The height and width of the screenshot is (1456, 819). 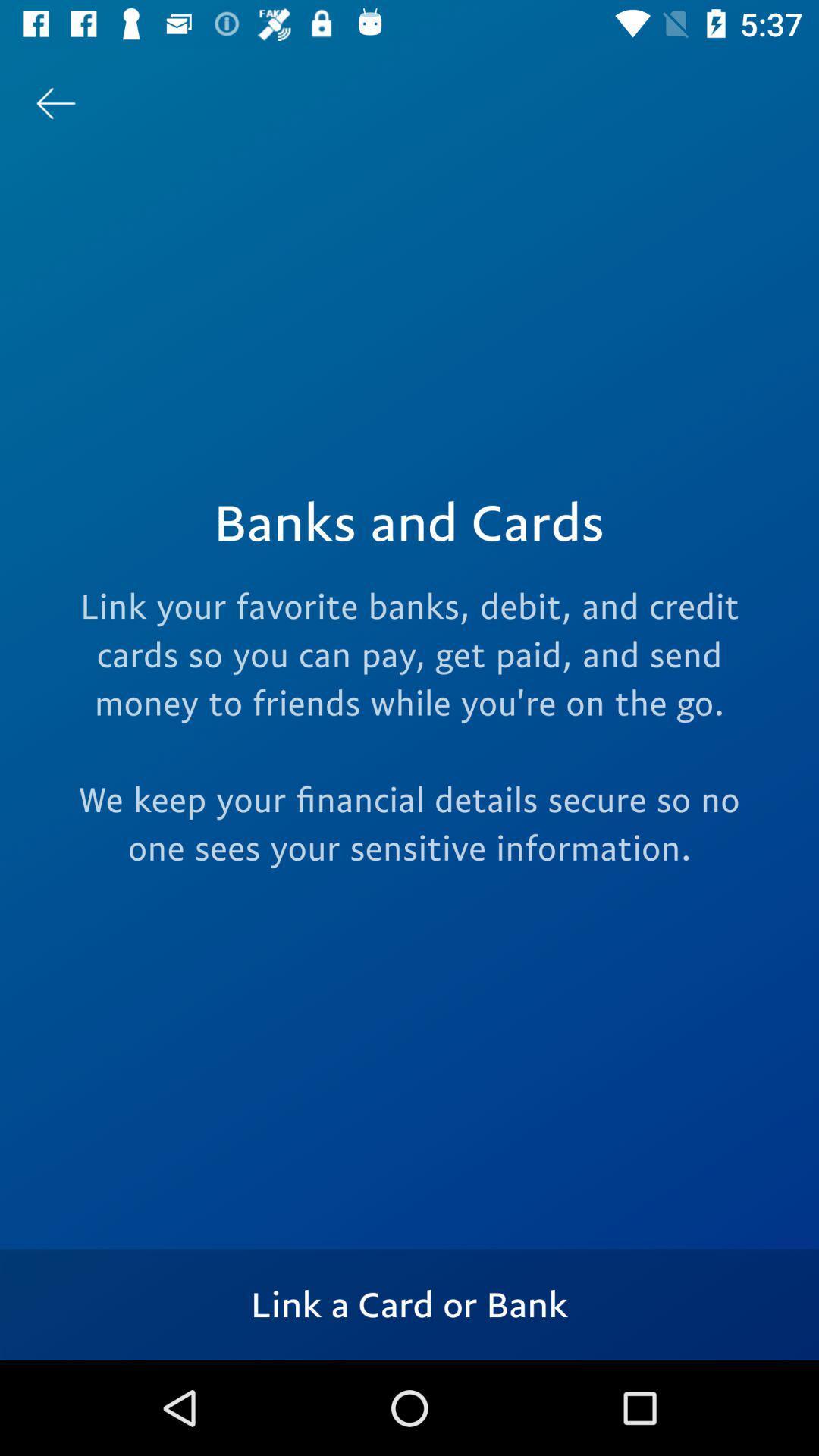 I want to click on the icon below the link your favorite icon, so click(x=409, y=1304).